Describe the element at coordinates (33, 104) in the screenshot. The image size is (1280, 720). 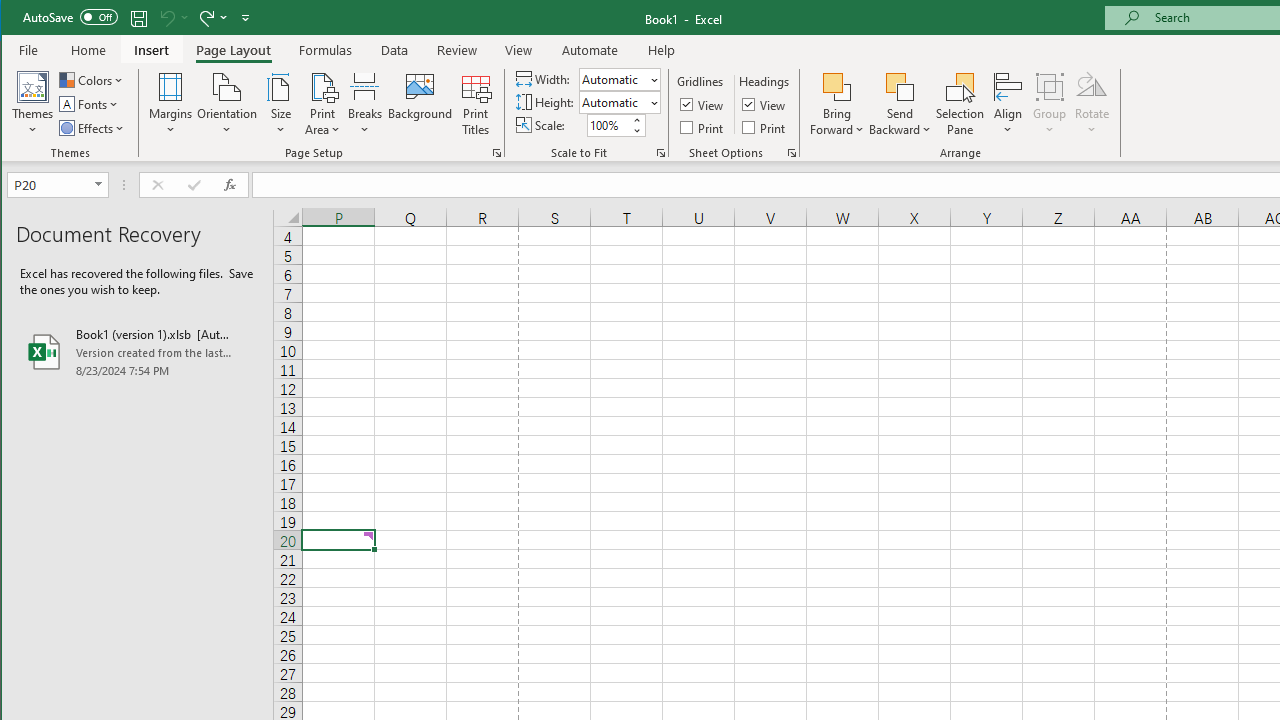
I see `'Themes'` at that location.